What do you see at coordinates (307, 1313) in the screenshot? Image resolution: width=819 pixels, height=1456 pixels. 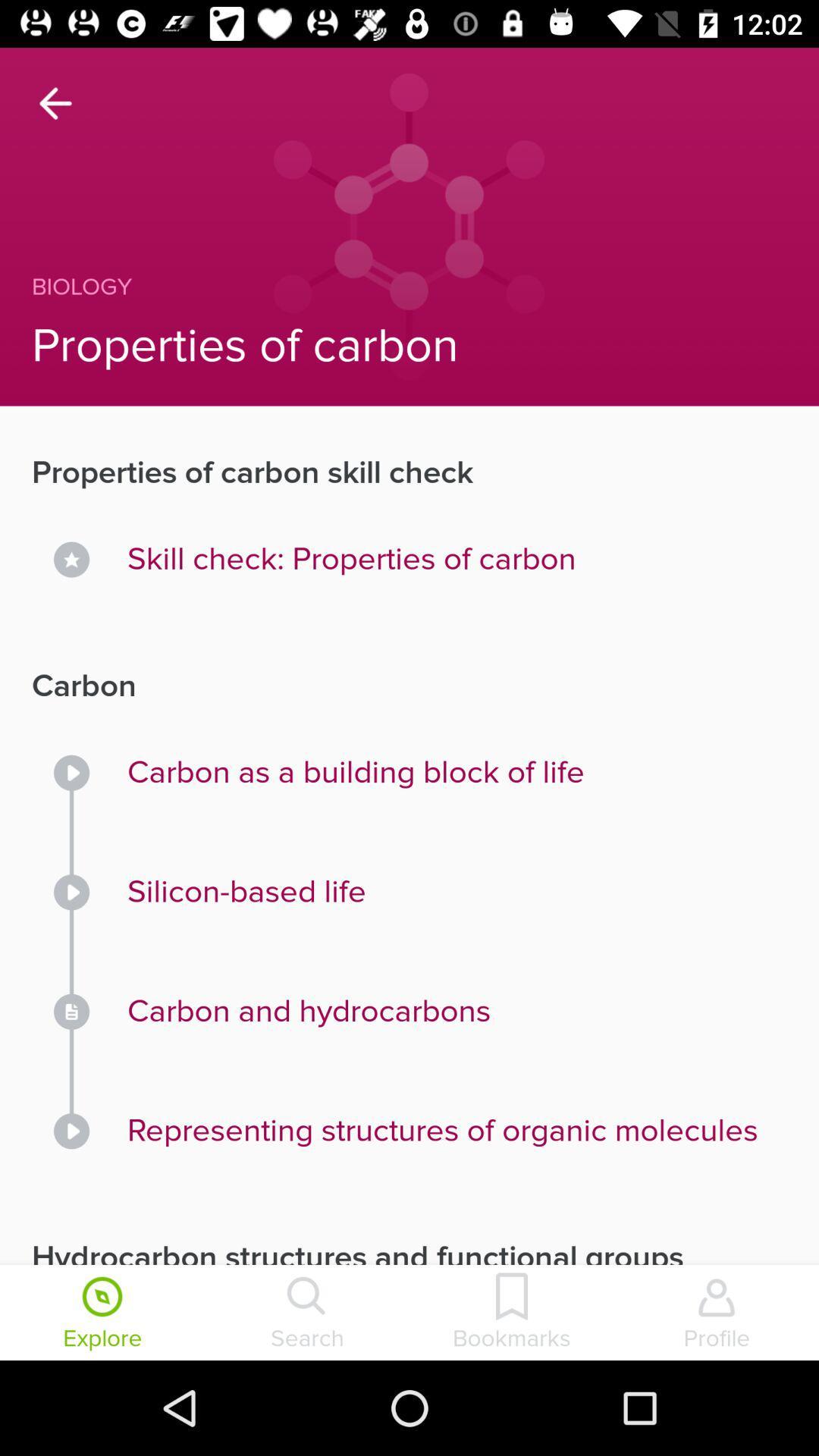 I see `the search` at bounding box center [307, 1313].